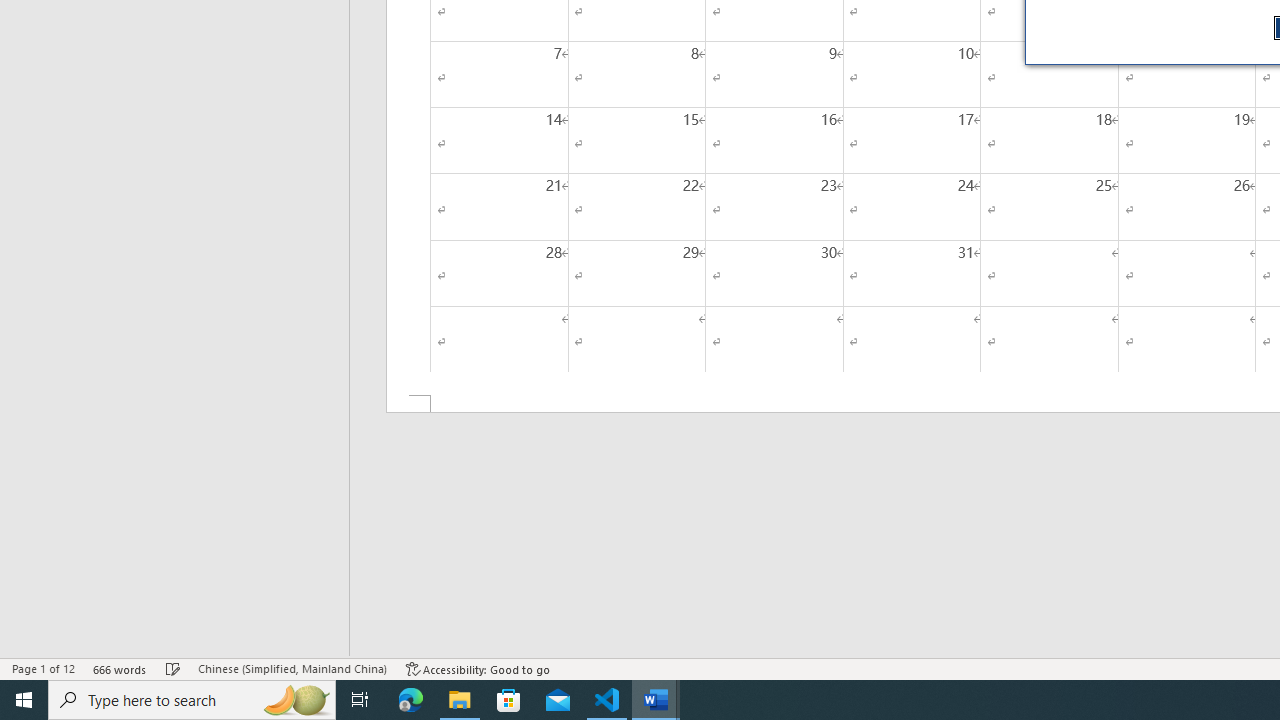 This screenshot has width=1280, height=720. What do you see at coordinates (119, 669) in the screenshot?
I see `'Word Count 666 words'` at bounding box center [119, 669].